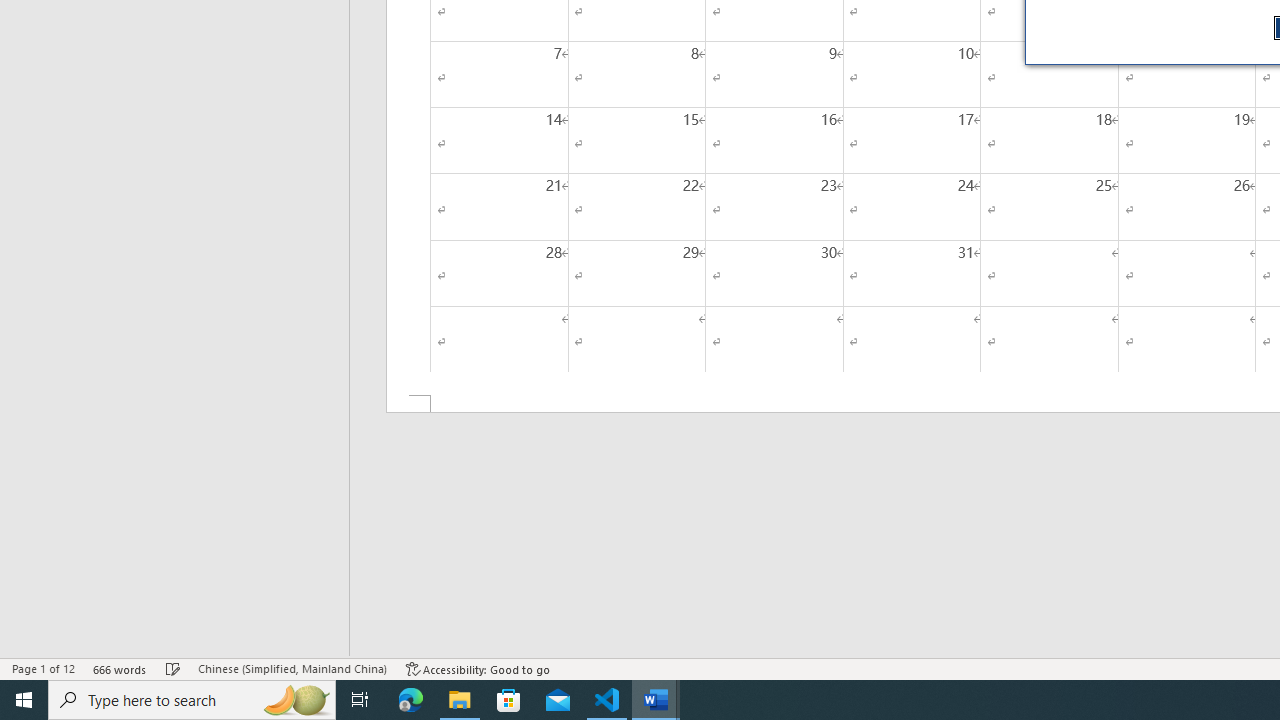 This screenshot has width=1280, height=720. What do you see at coordinates (119, 669) in the screenshot?
I see `'Word Count 666 words'` at bounding box center [119, 669].